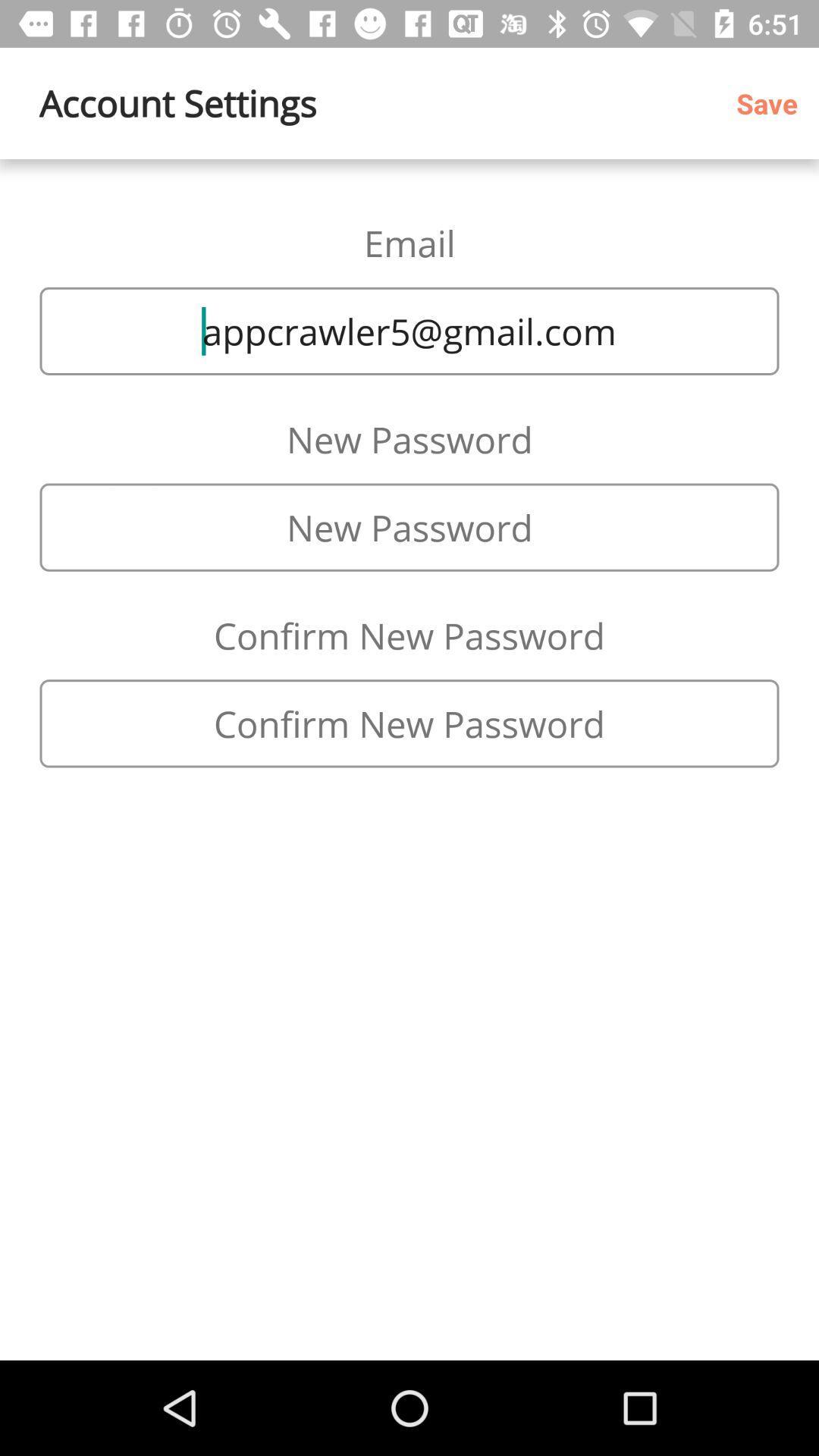 The width and height of the screenshot is (819, 1456). I want to click on icon next to account settings item, so click(772, 102).